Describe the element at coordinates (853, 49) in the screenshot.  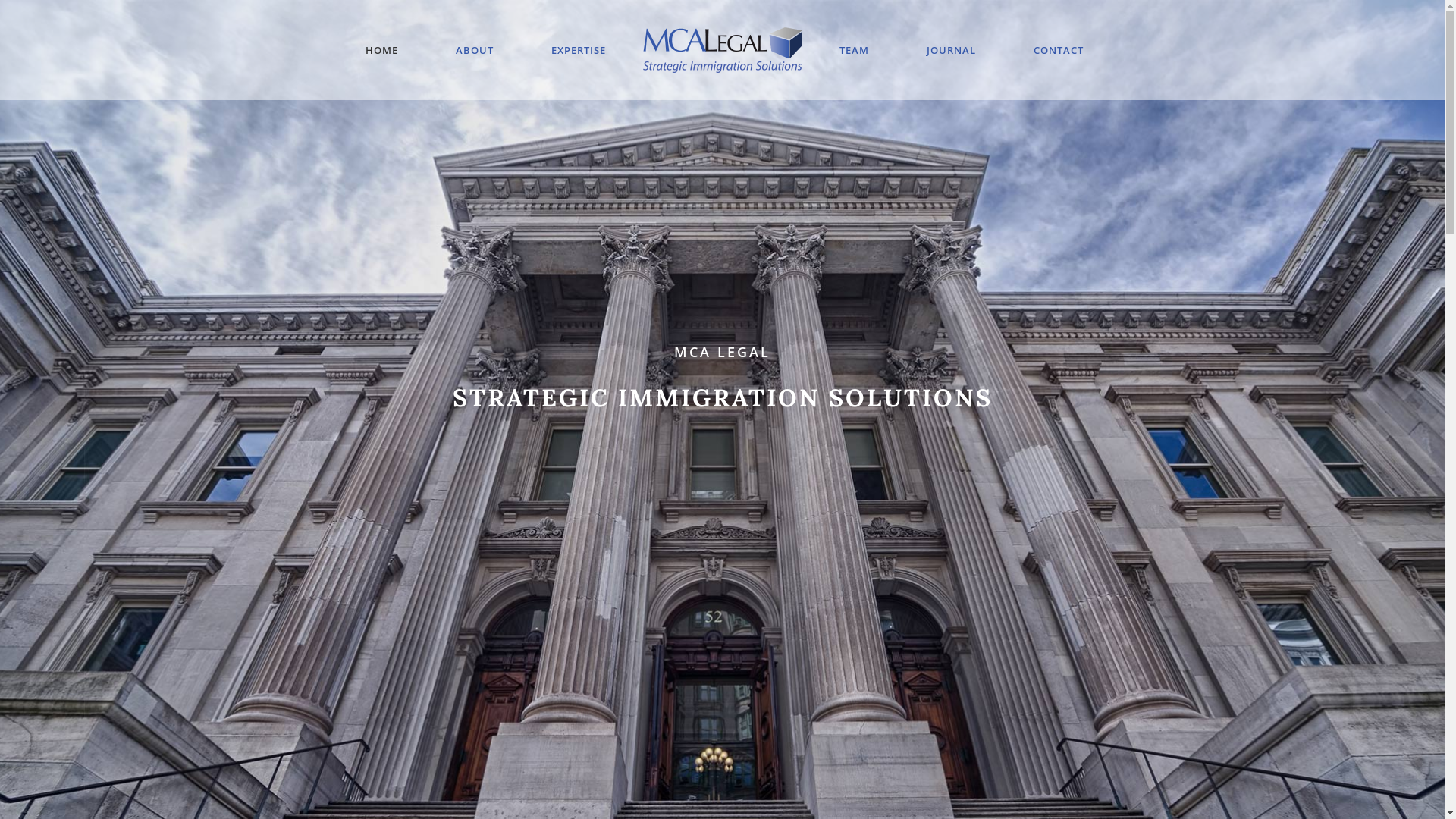
I see `'TEAM'` at that location.